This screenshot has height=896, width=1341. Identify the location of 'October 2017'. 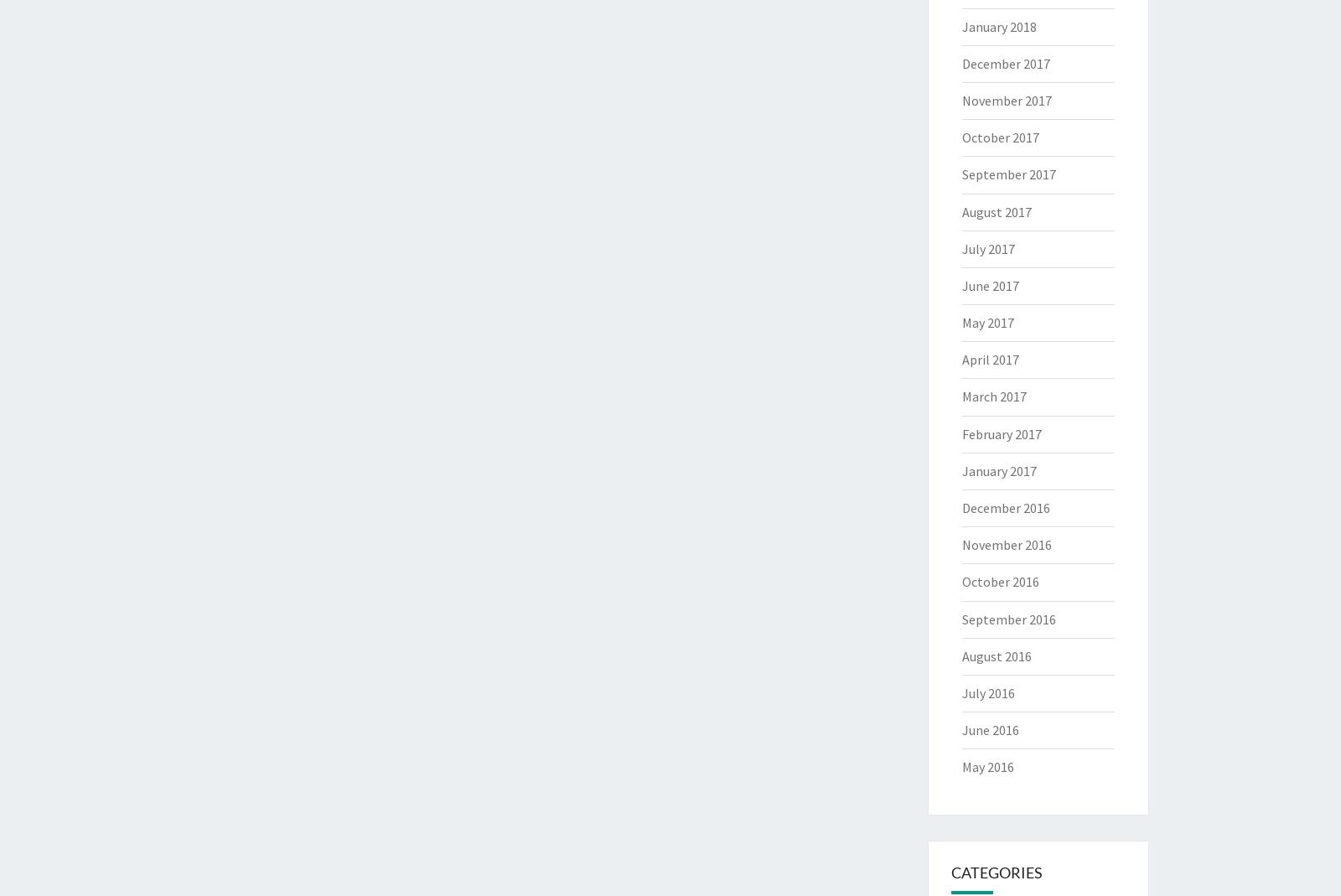
(999, 137).